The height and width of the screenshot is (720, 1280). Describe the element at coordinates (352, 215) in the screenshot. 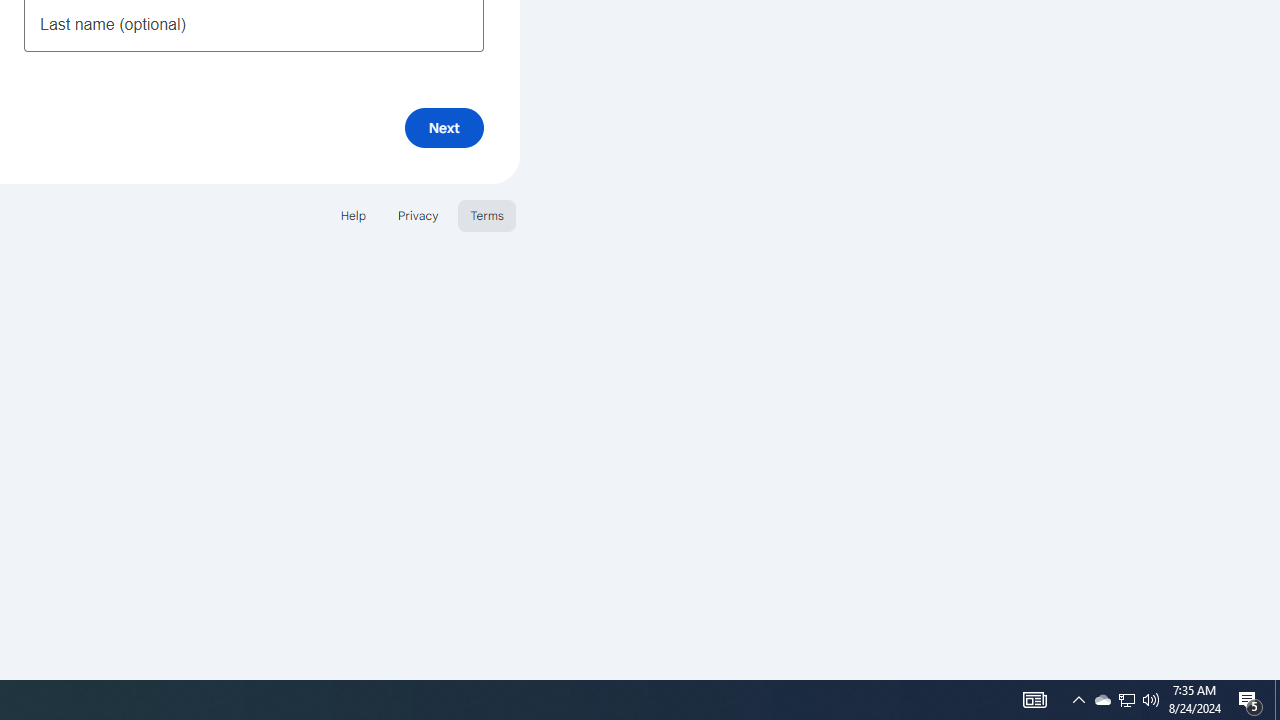

I see `'Help'` at that location.